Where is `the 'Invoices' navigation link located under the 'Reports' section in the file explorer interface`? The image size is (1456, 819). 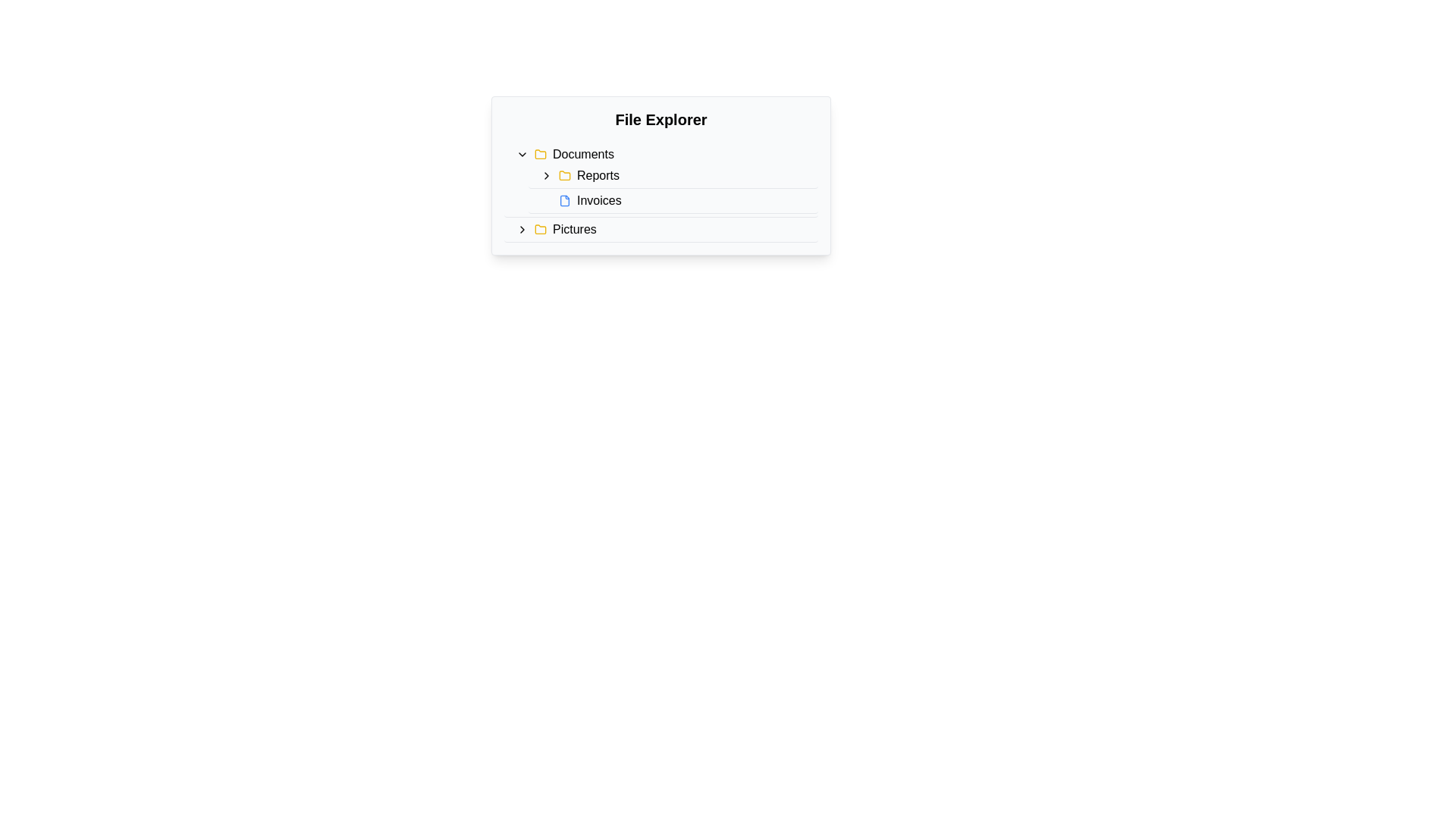 the 'Invoices' navigation link located under the 'Reports' section in the file explorer interface is located at coordinates (679, 200).